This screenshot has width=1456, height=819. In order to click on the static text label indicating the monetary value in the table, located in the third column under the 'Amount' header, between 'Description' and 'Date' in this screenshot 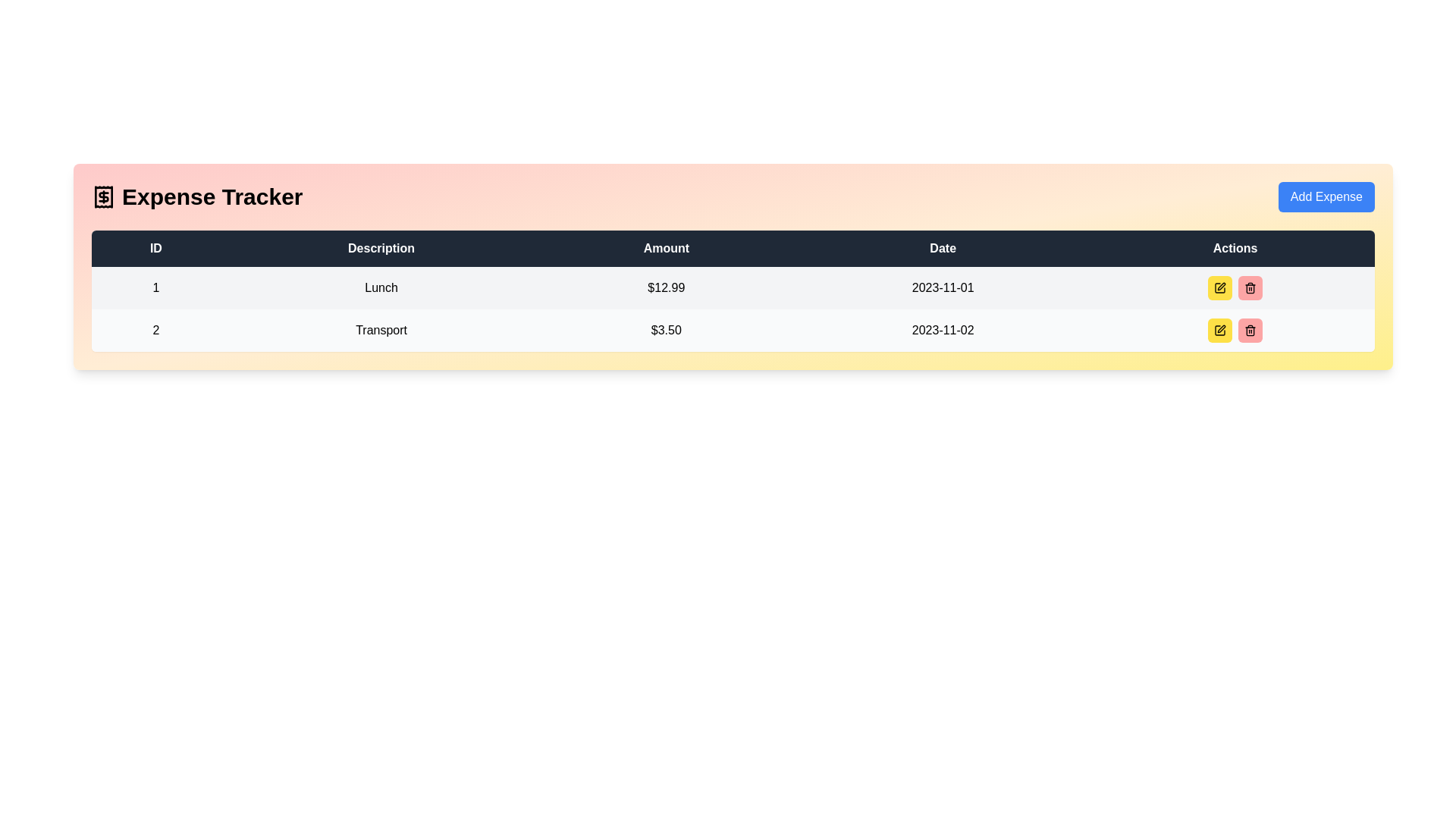, I will do `click(666, 288)`.